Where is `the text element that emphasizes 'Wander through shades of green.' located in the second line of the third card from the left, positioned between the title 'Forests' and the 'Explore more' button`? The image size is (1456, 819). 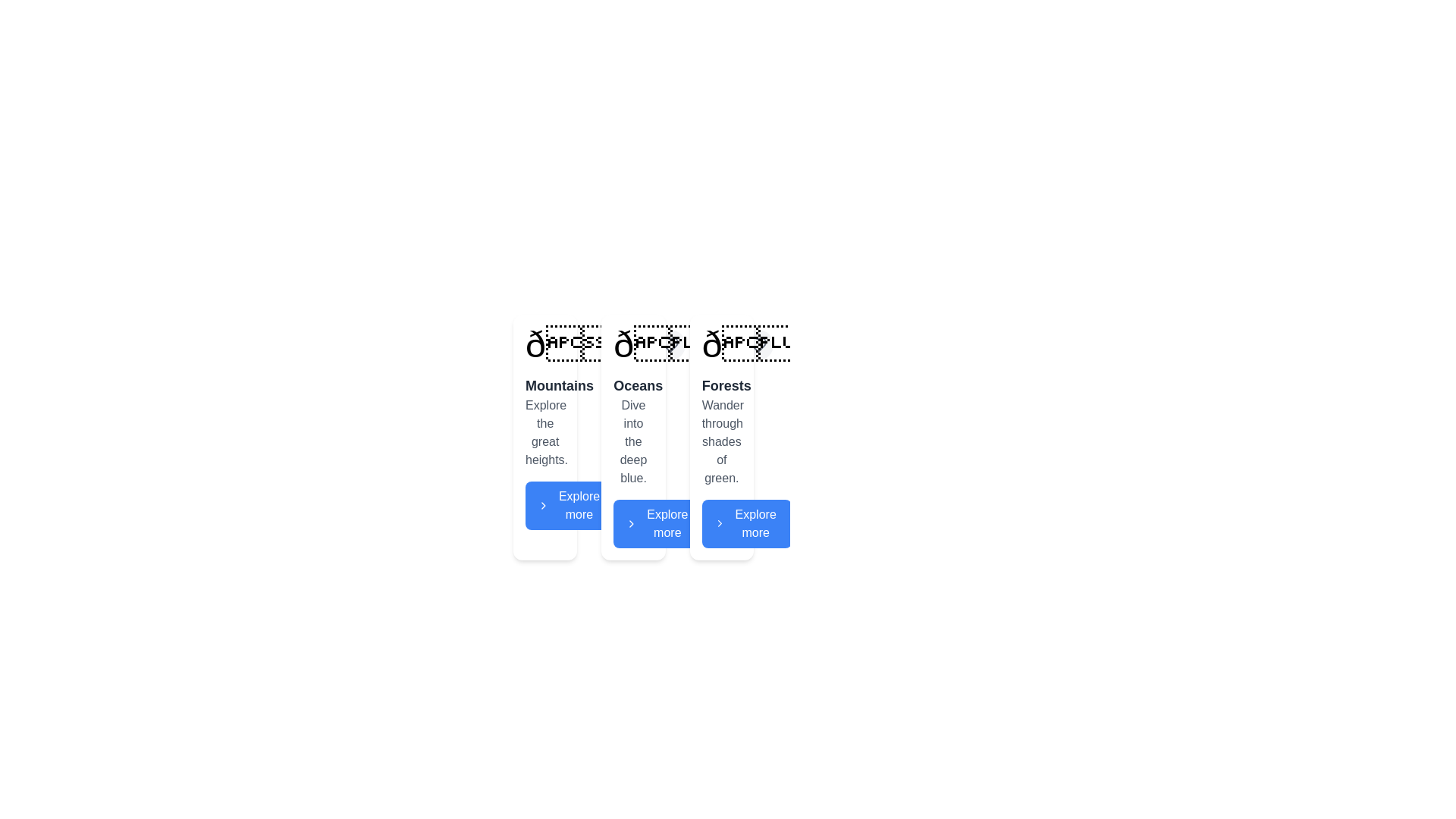 the text element that emphasizes 'Wander through shades of green.' located in the second line of the third card from the left, positioned between the title 'Forests' and the 'Explore more' button is located at coordinates (720, 441).